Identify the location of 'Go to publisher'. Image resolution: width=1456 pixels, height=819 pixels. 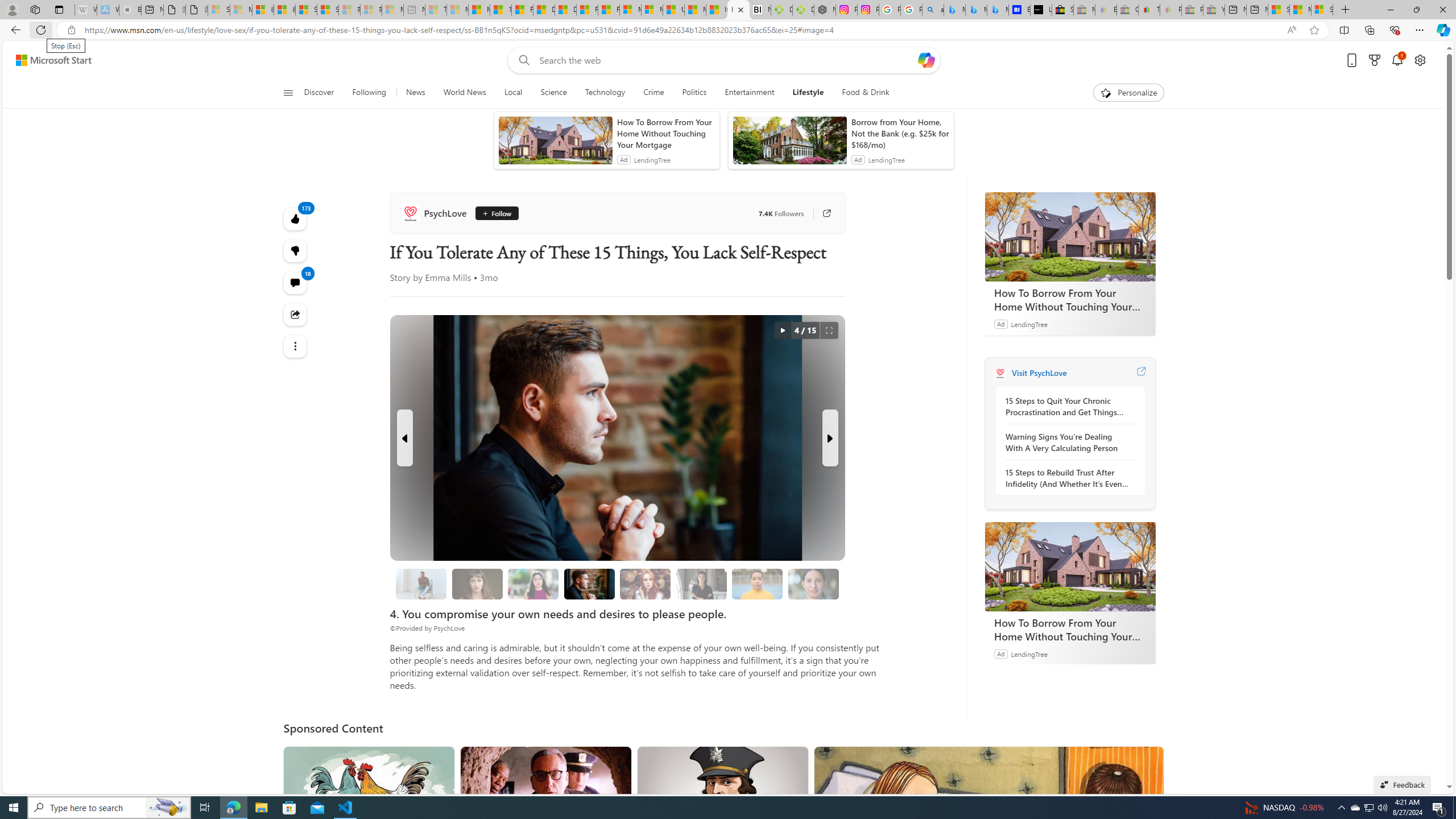
(827, 213).